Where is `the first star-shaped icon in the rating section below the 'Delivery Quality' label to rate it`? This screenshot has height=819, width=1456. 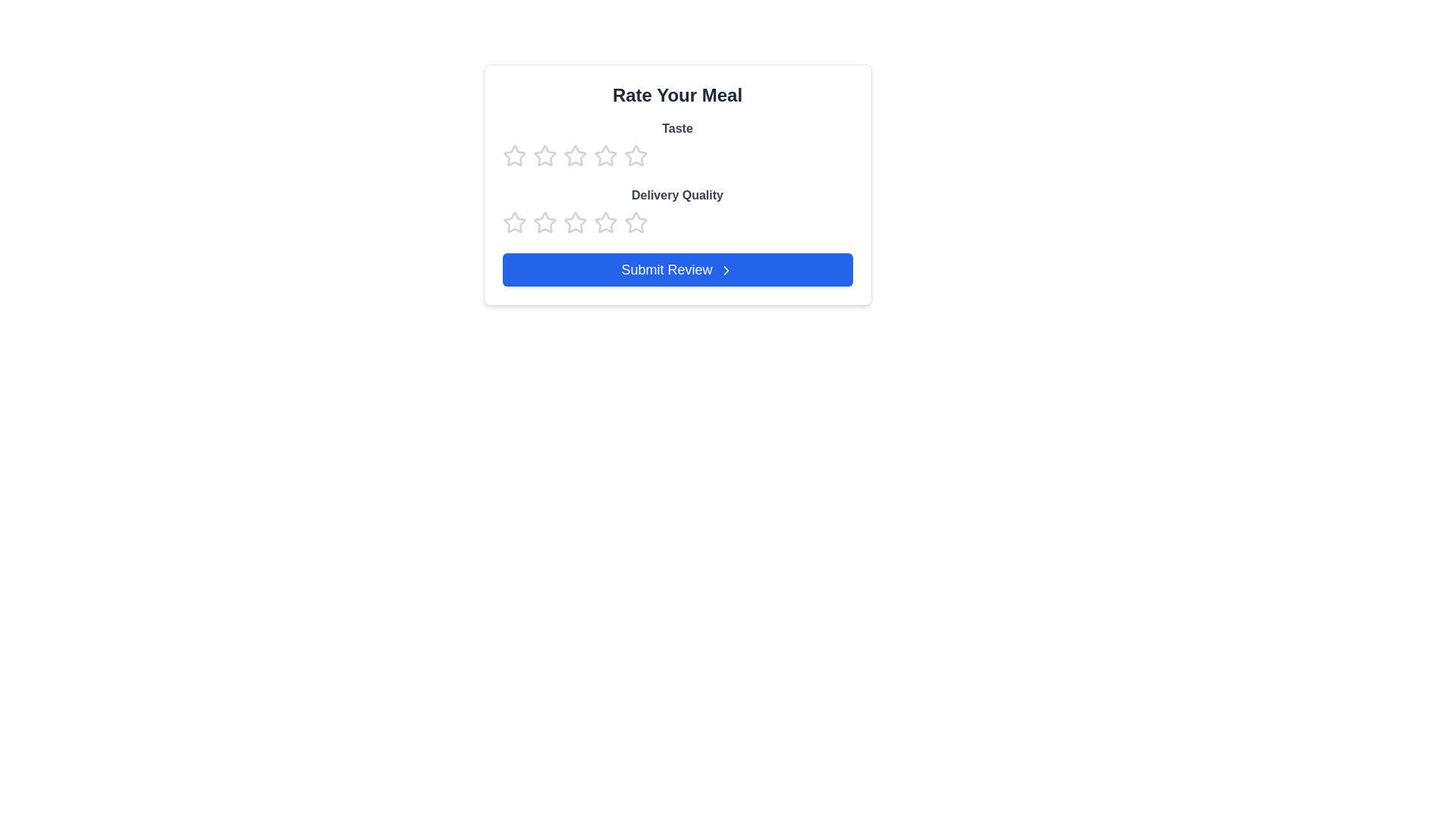
the first star-shaped icon in the rating section below the 'Delivery Quality' label to rate it is located at coordinates (514, 222).